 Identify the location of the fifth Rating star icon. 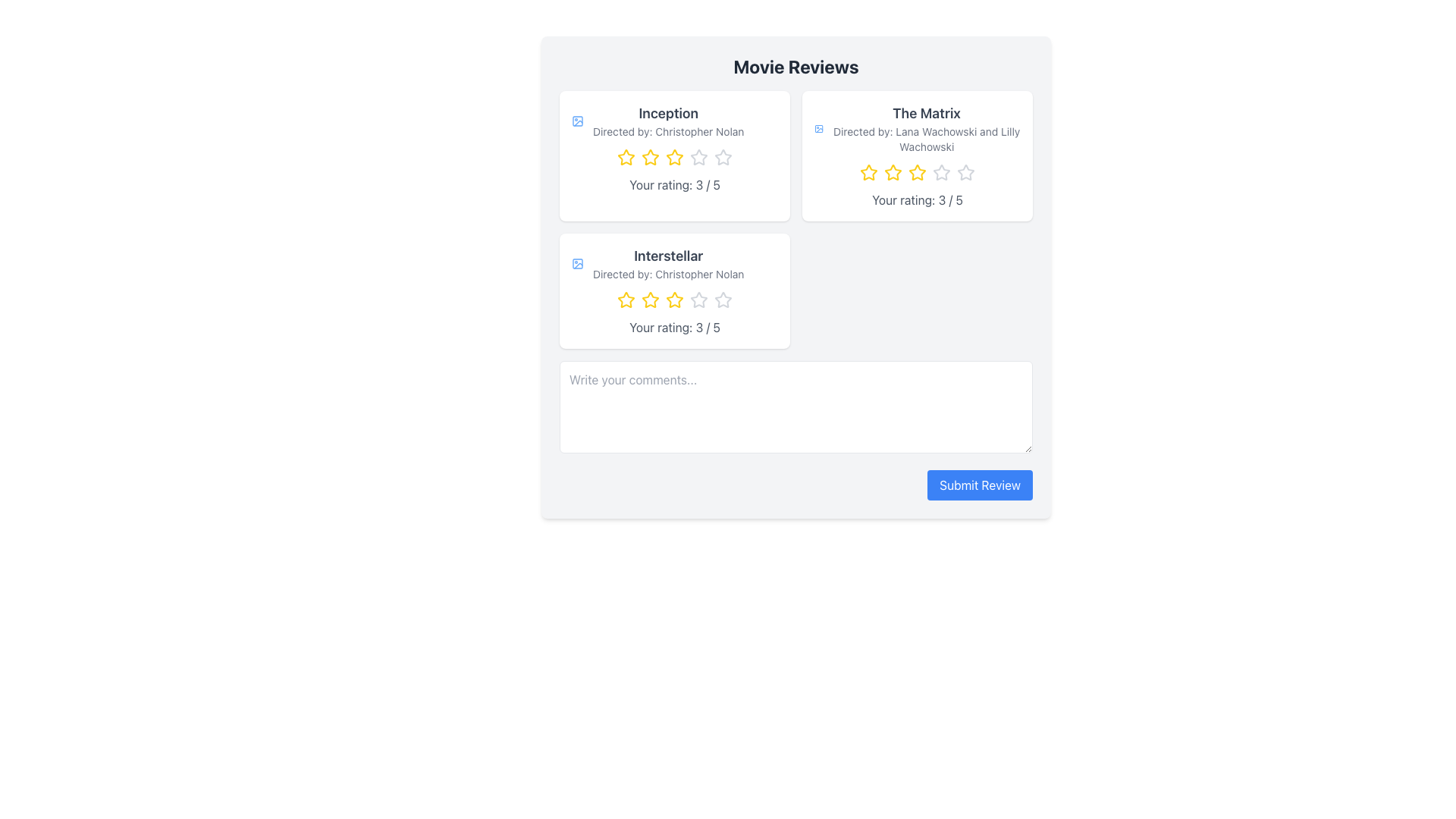
(965, 171).